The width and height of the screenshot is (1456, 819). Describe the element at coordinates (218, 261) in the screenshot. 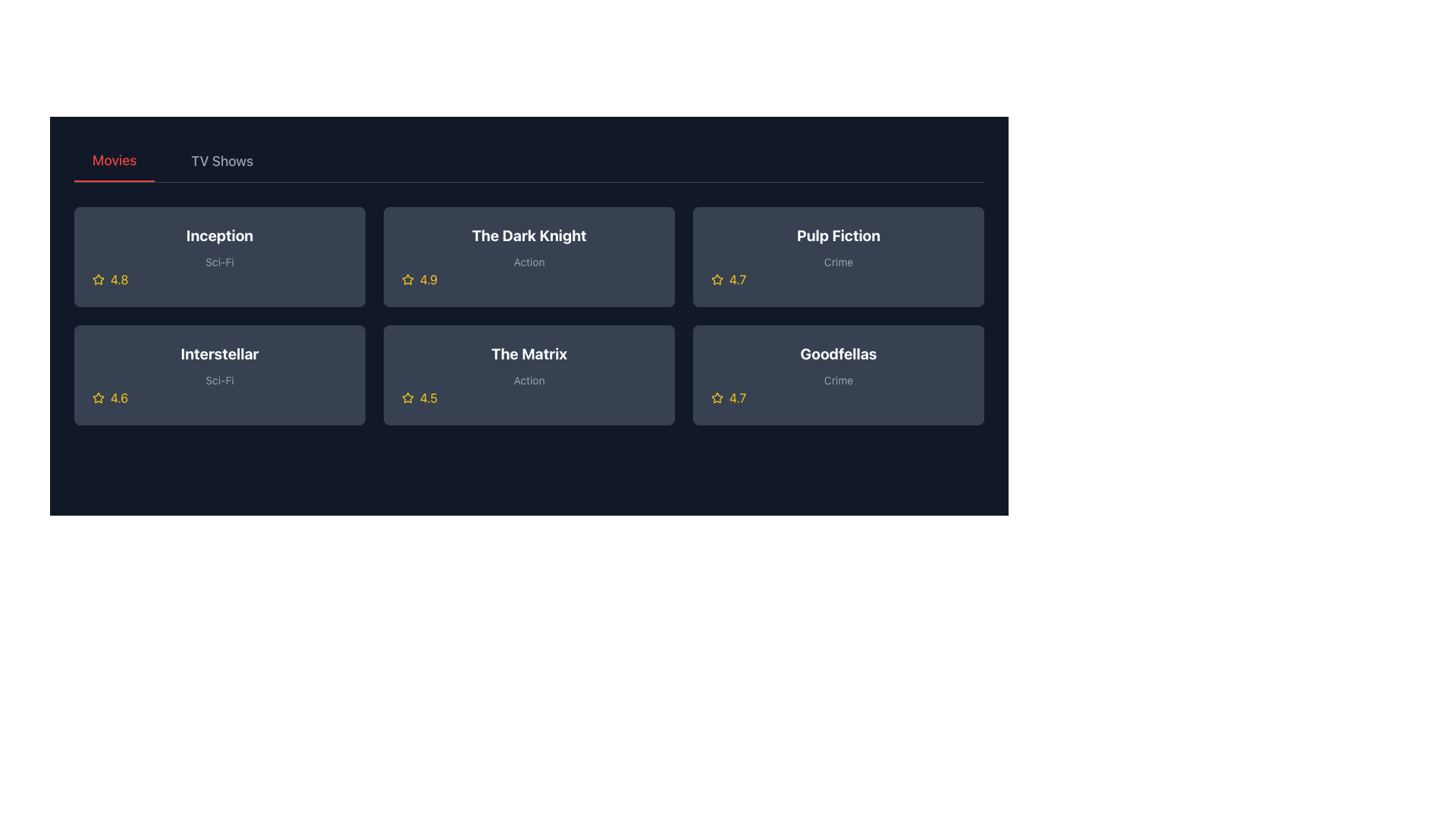

I see `the text label displaying 'Sci-Fi', which is styled with a small font size and gray color, located immediately below the title 'Inception' in the first row and first column of the grid layout` at that location.